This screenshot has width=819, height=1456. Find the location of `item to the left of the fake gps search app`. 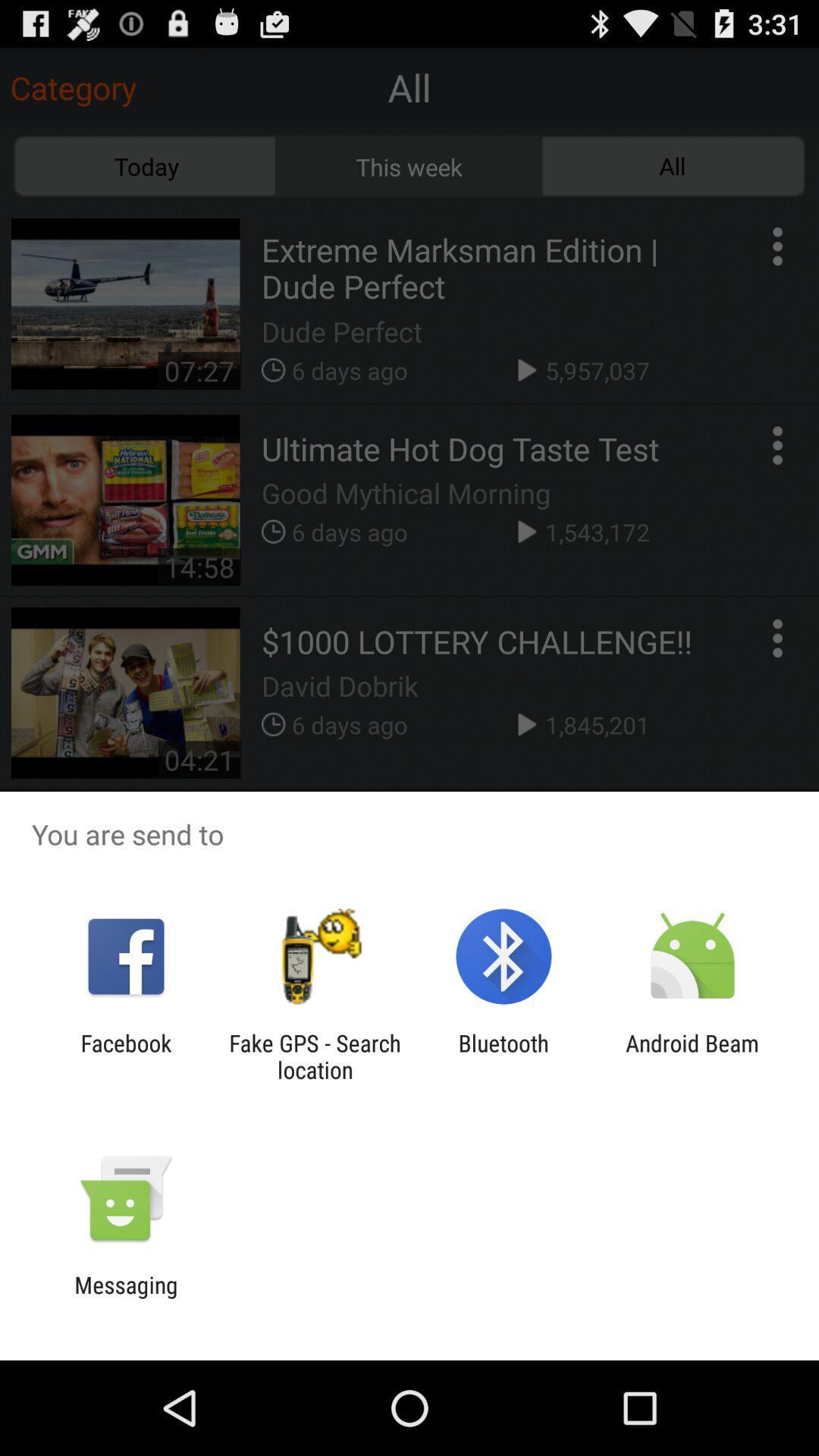

item to the left of the fake gps search app is located at coordinates (125, 1056).